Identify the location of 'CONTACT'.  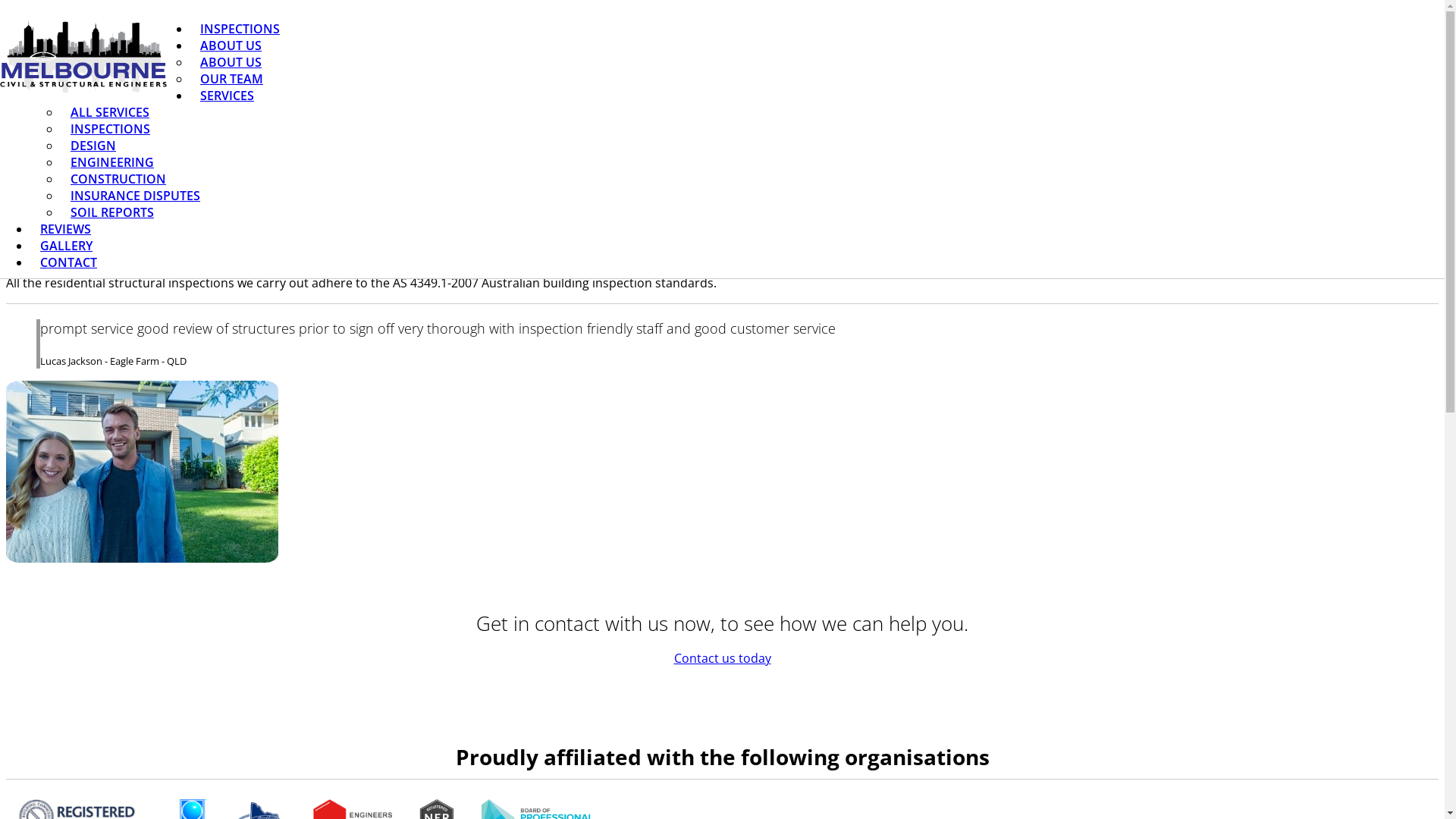
(67, 262).